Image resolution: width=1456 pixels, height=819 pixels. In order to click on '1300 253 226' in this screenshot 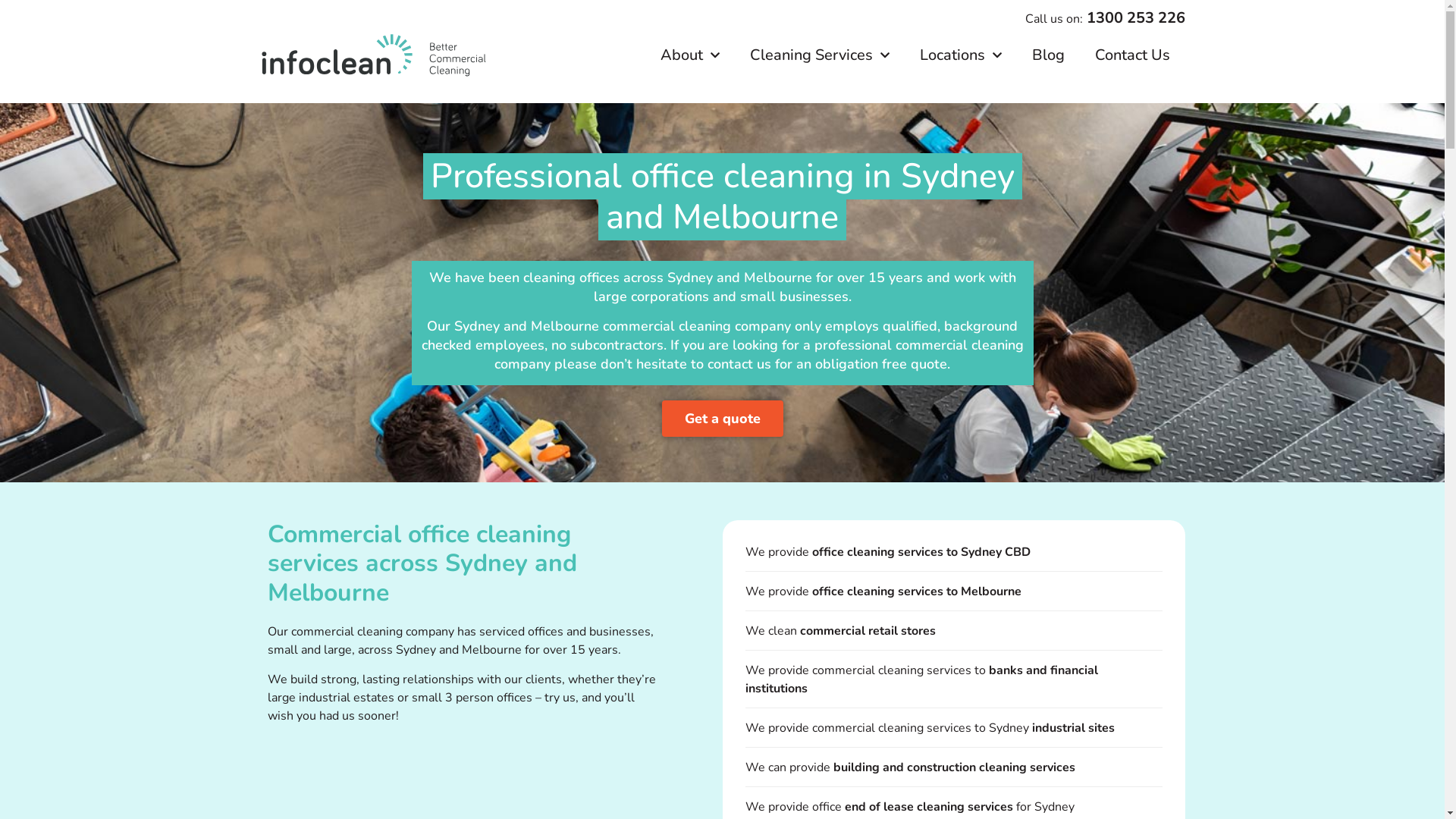, I will do `click(1084, 17)`.